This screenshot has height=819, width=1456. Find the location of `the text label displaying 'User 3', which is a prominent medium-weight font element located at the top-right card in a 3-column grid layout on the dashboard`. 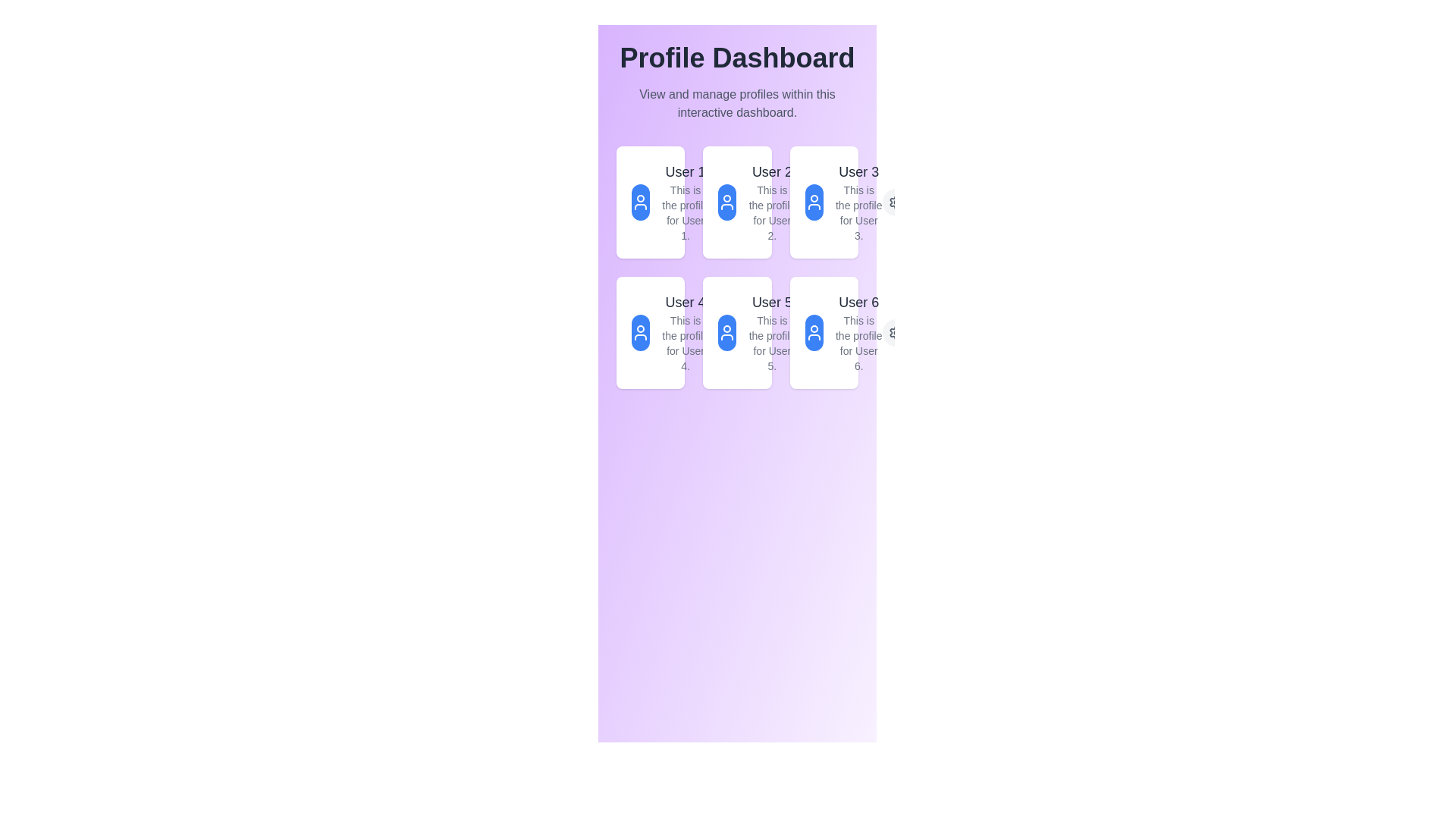

the text label displaying 'User 3', which is a prominent medium-weight font element located at the top-right card in a 3-column grid layout on the dashboard is located at coordinates (858, 171).